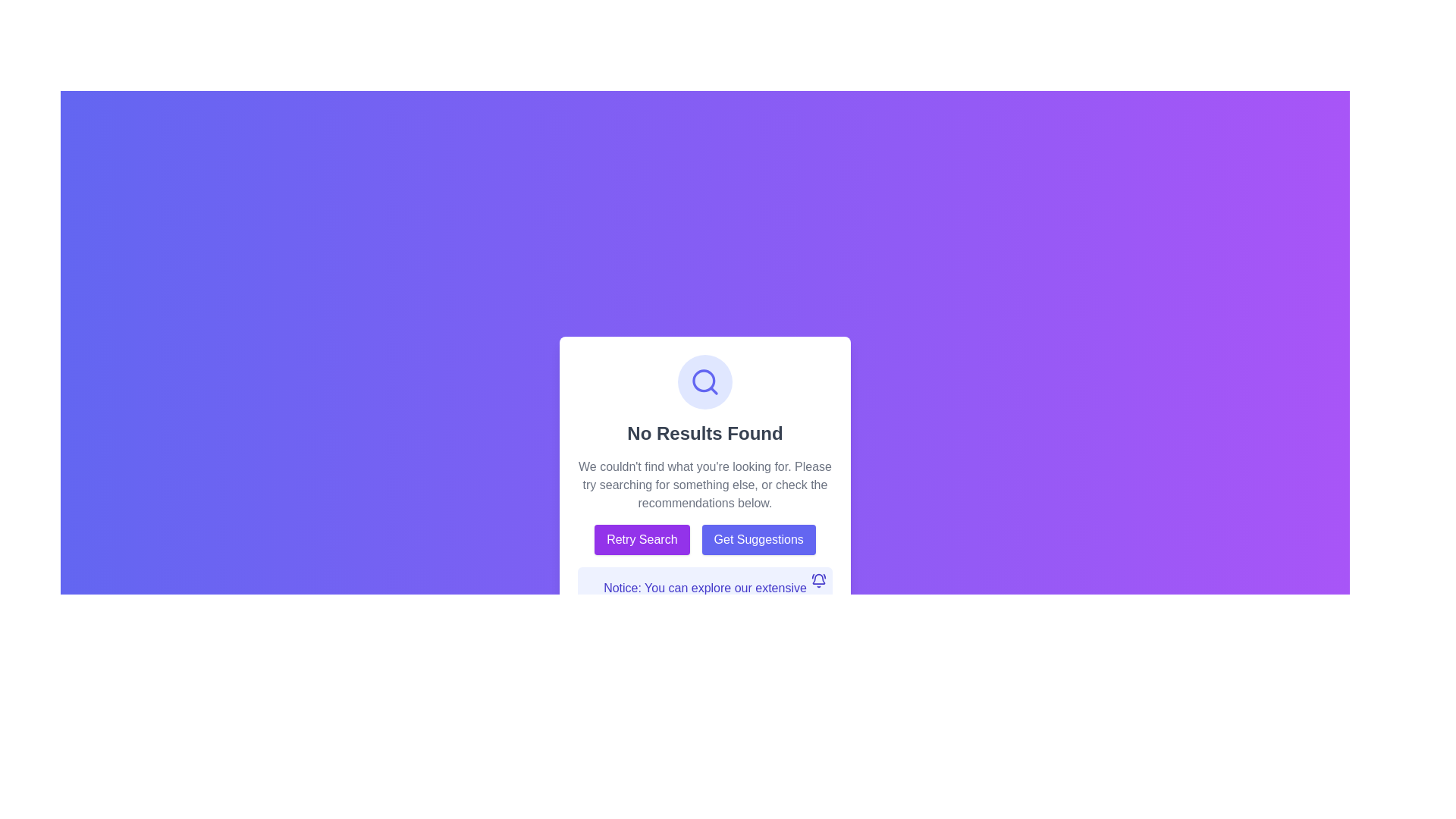 This screenshot has width=1456, height=819. I want to click on the Interactive icon (Notification bell) located in the top-right corner of the light-indigo notice box at the bottom of the central card, so click(818, 580).